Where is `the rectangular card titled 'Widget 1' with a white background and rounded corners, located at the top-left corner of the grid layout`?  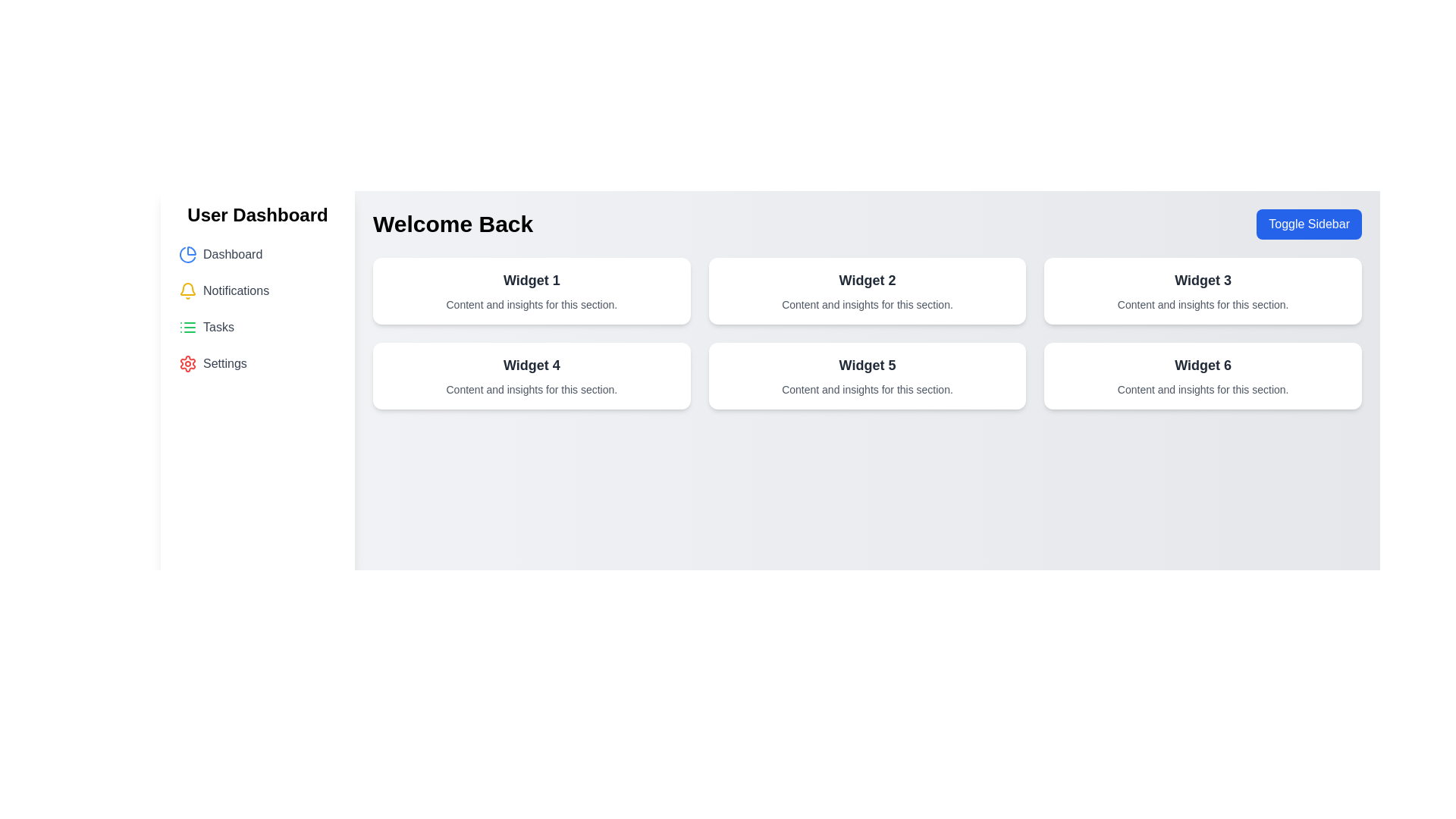
the rectangular card titled 'Widget 1' with a white background and rounded corners, located at the top-left corner of the grid layout is located at coordinates (532, 291).